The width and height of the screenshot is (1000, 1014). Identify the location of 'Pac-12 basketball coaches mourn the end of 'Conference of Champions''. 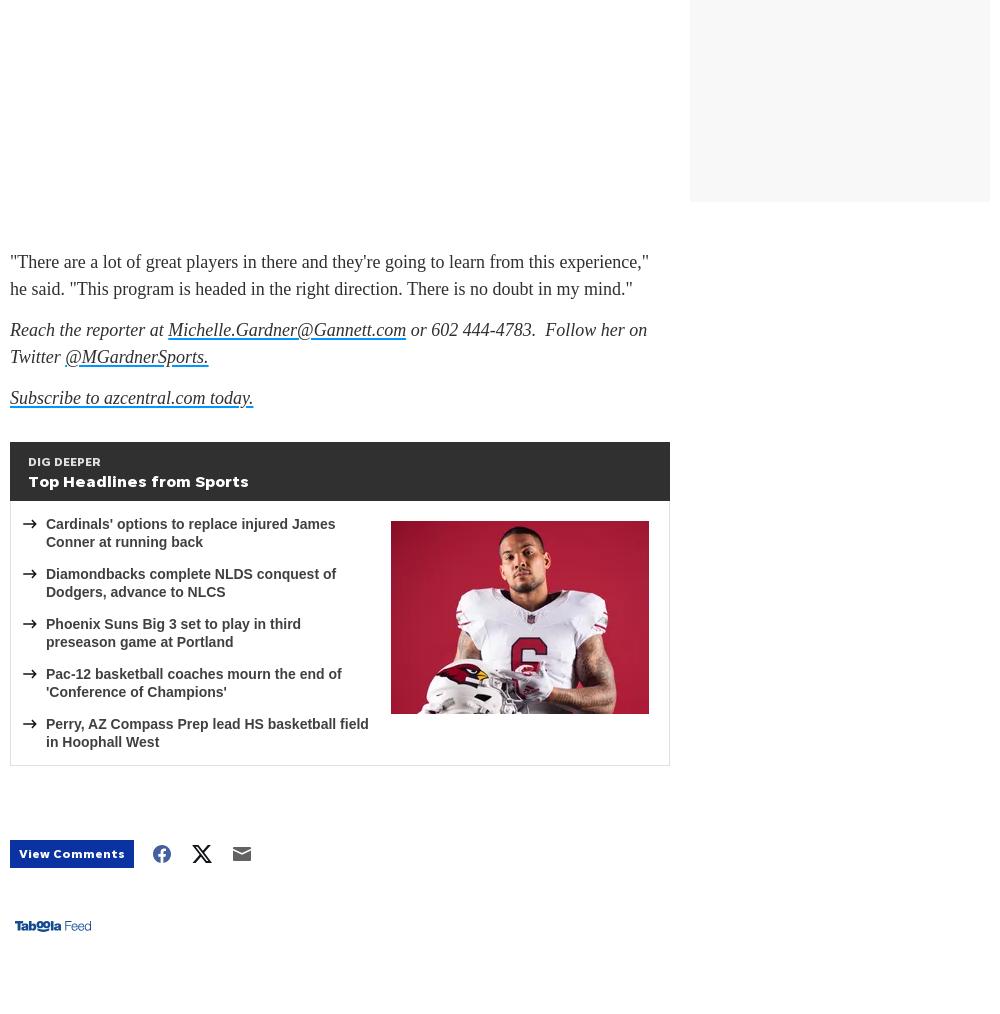
(192, 682).